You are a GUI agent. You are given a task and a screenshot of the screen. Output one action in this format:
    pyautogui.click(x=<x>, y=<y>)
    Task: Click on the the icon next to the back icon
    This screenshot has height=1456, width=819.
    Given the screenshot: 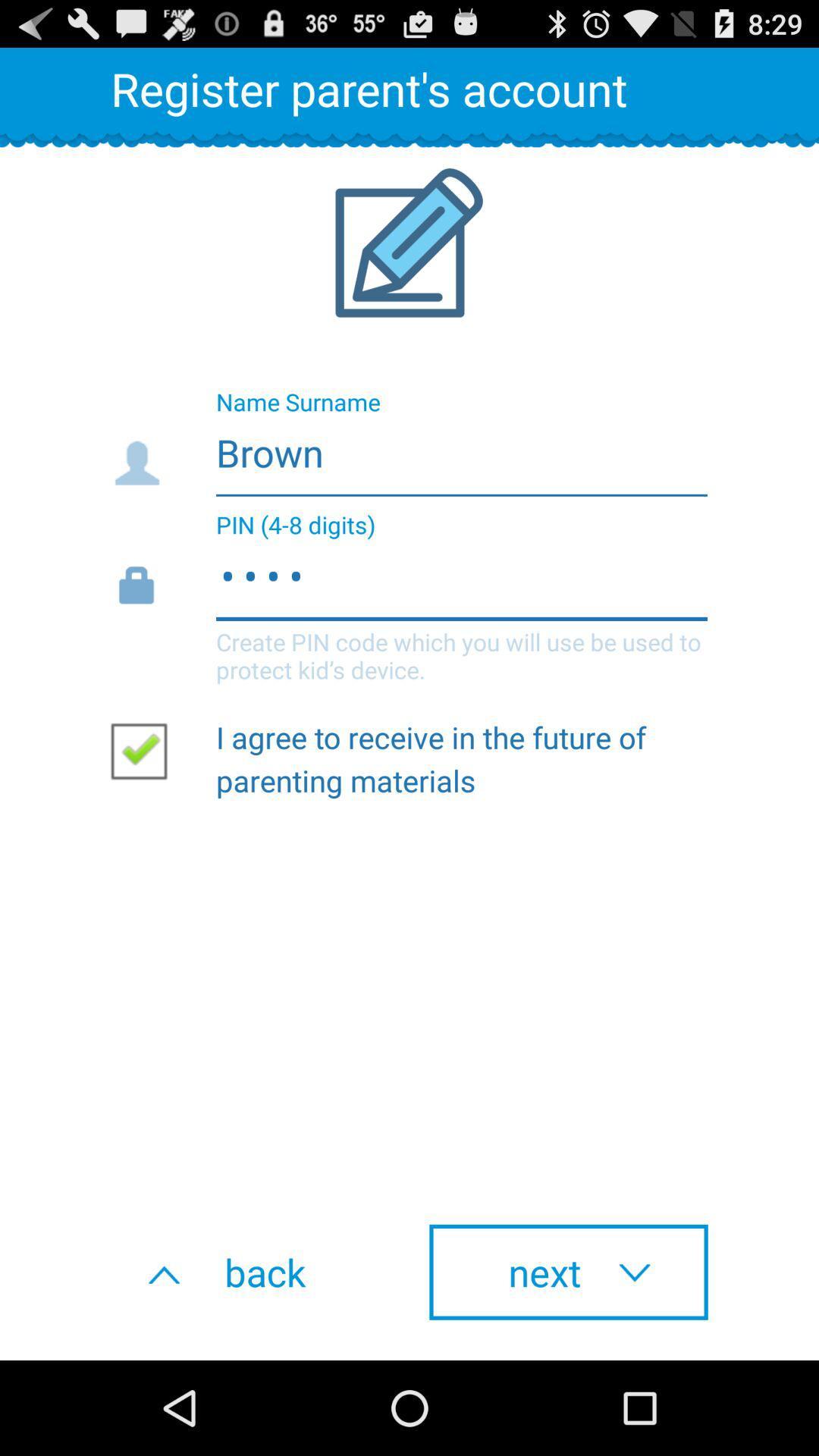 What is the action you would take?
    pyautogui.click(x=568, y=1272)
    